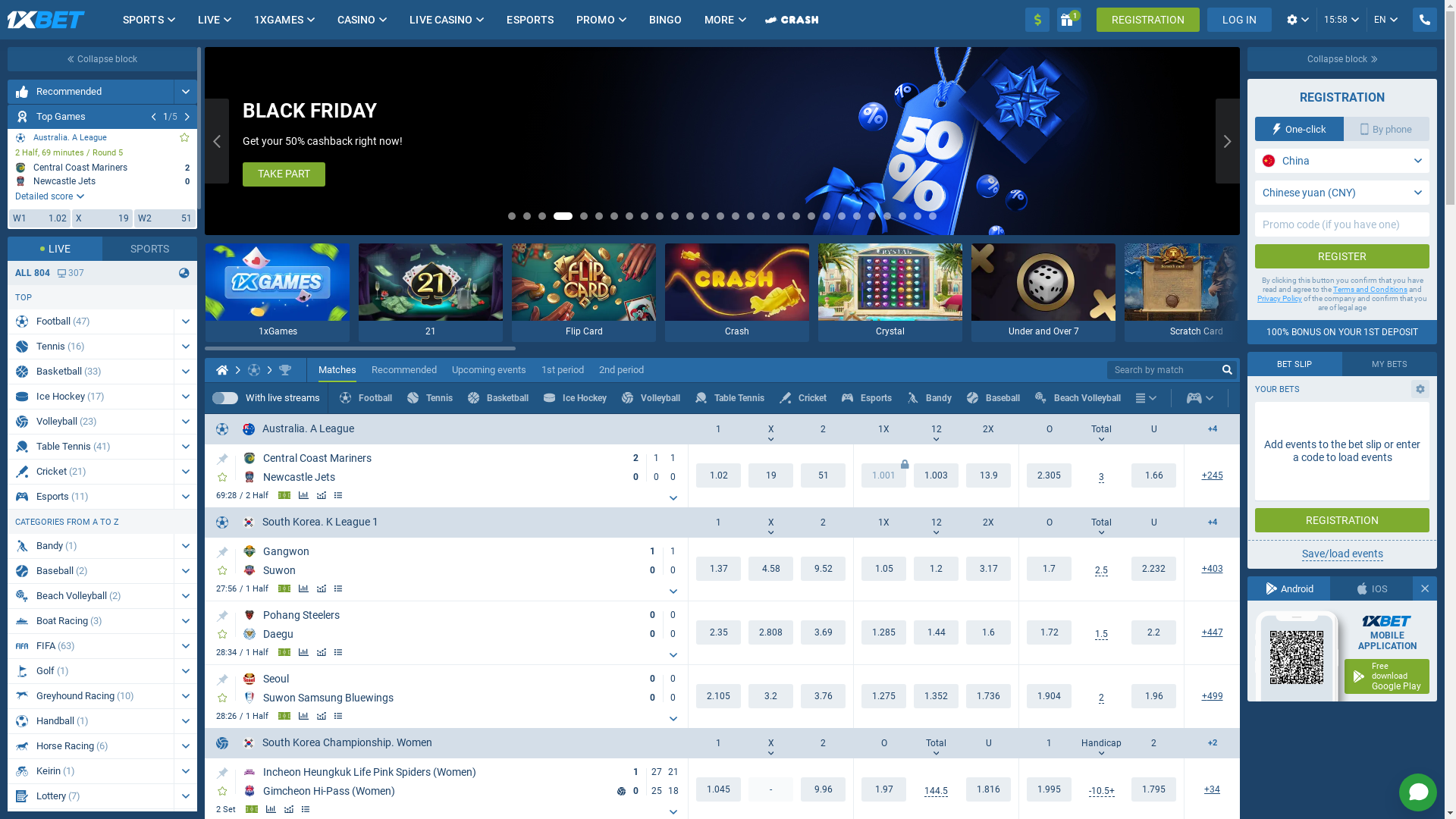 This screenshot has height=819, width=1456. Describe the element at coordinates (1101, 634) in the screenshot. I see `'1.5'` at that location.